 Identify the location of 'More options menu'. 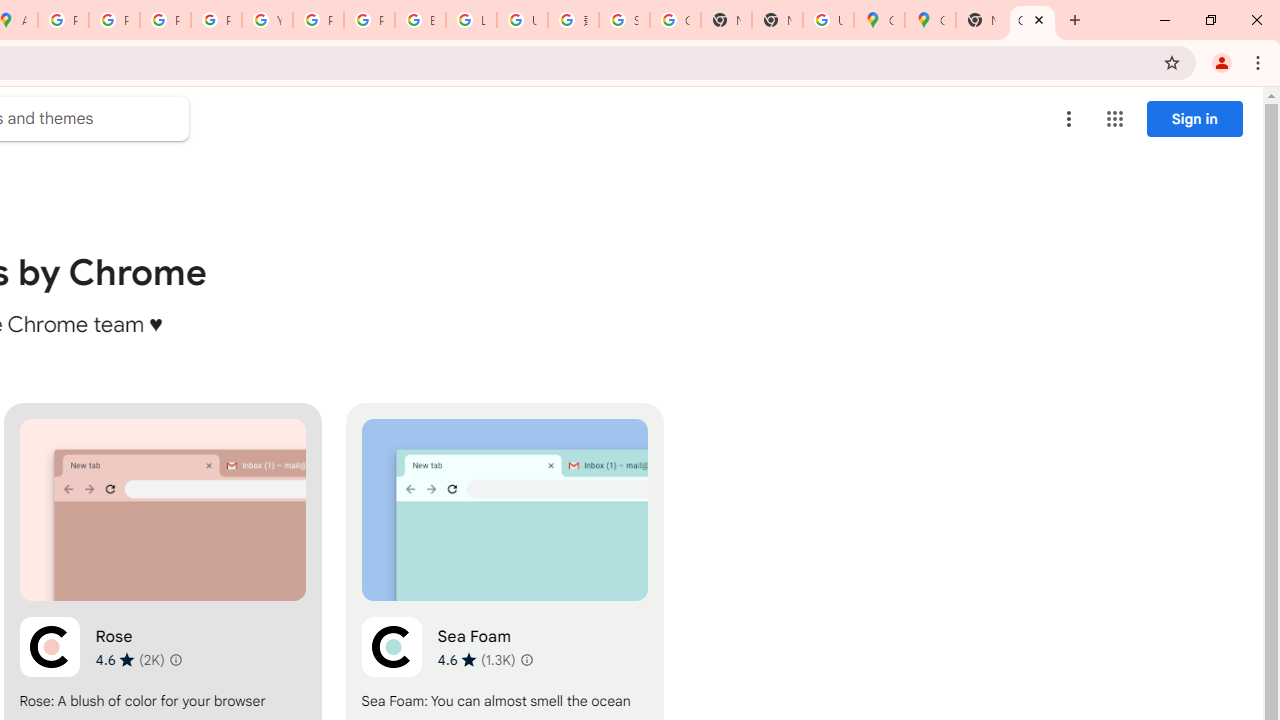
(1068, 119).